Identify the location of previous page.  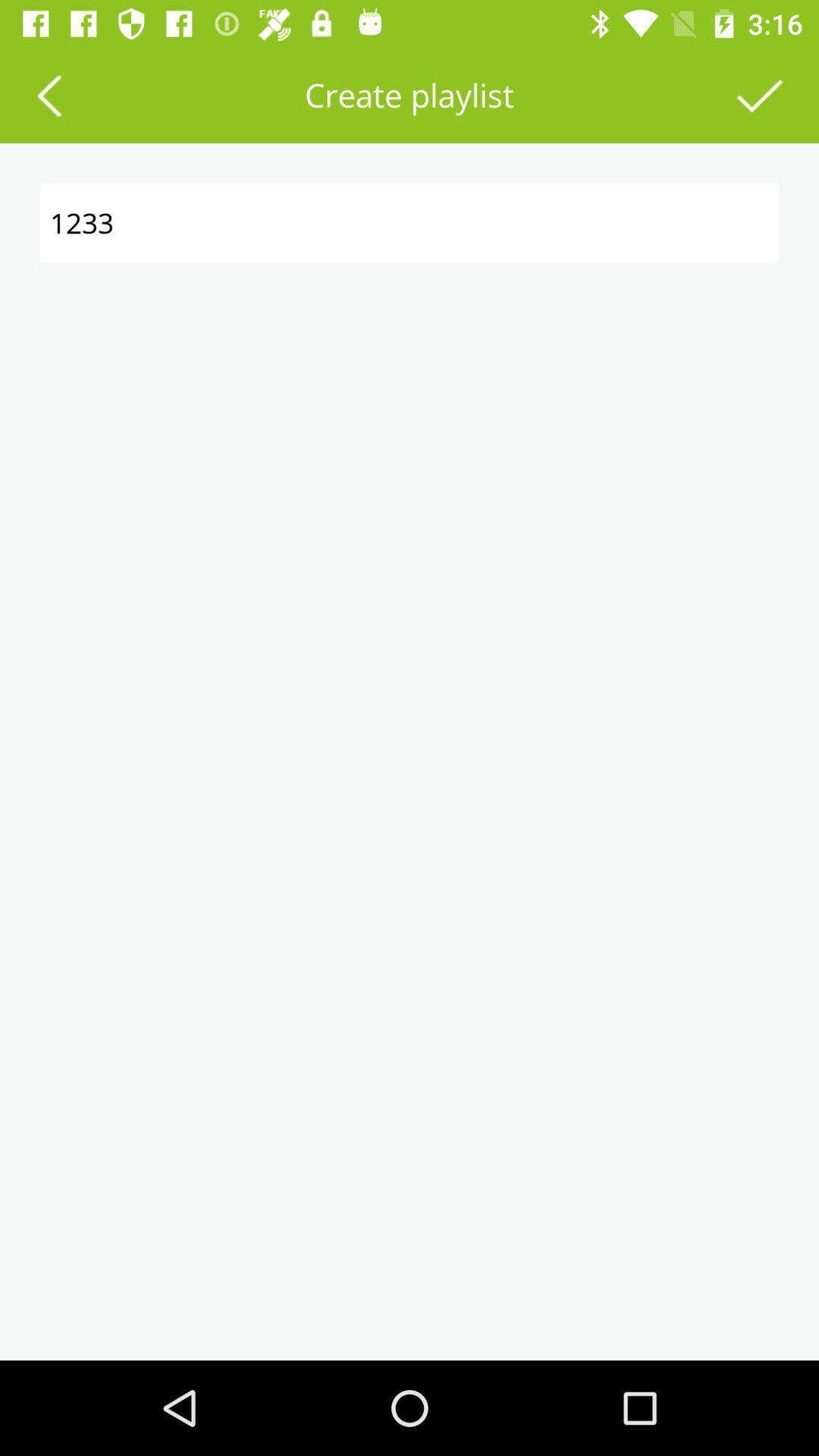
(48, 94).